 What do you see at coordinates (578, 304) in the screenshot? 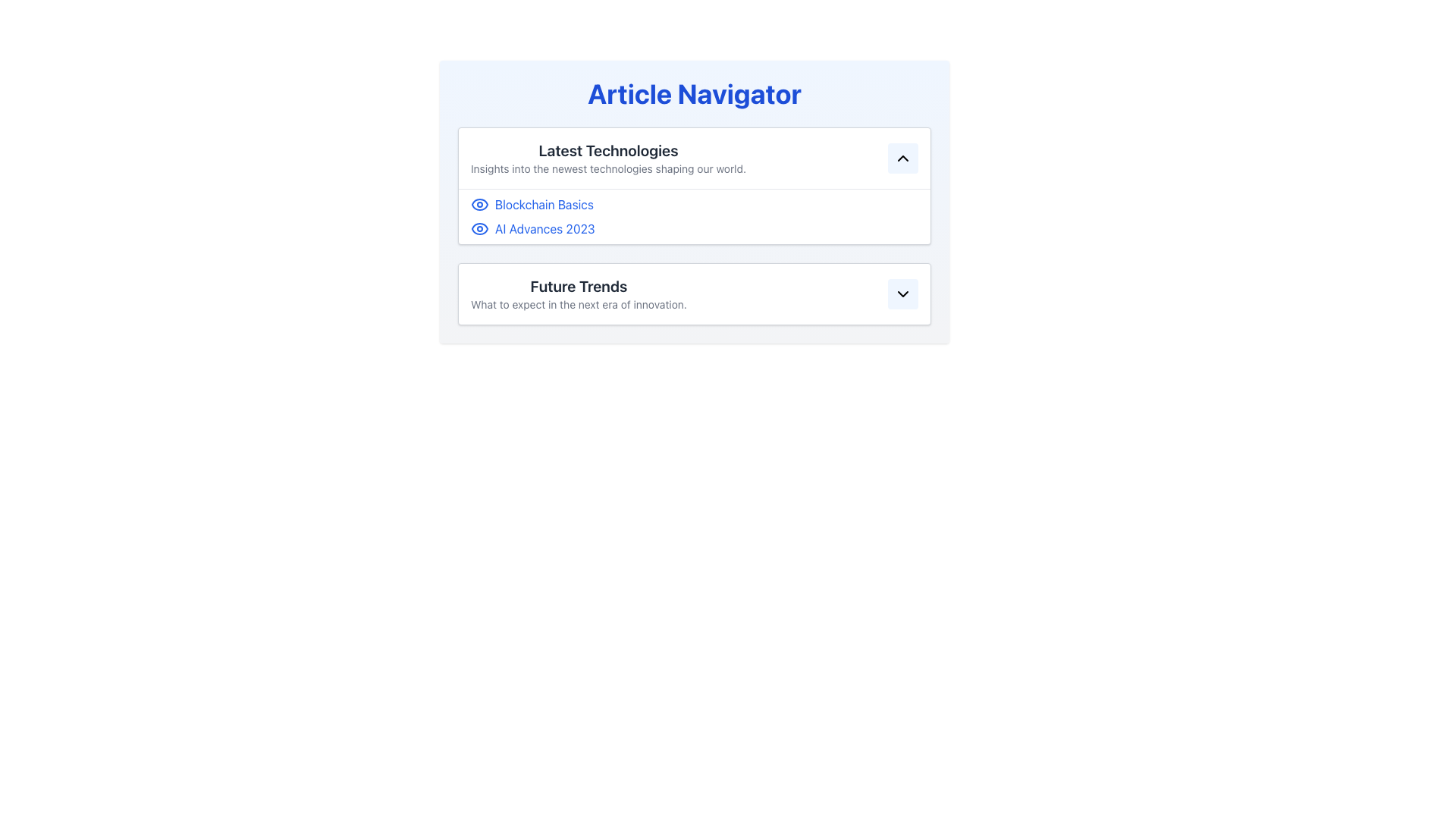
I see `descriptive text element located below the 'Future Trends' title, which states 'What to expect in the next era of innovation.'` at bounding box center [578, 304].